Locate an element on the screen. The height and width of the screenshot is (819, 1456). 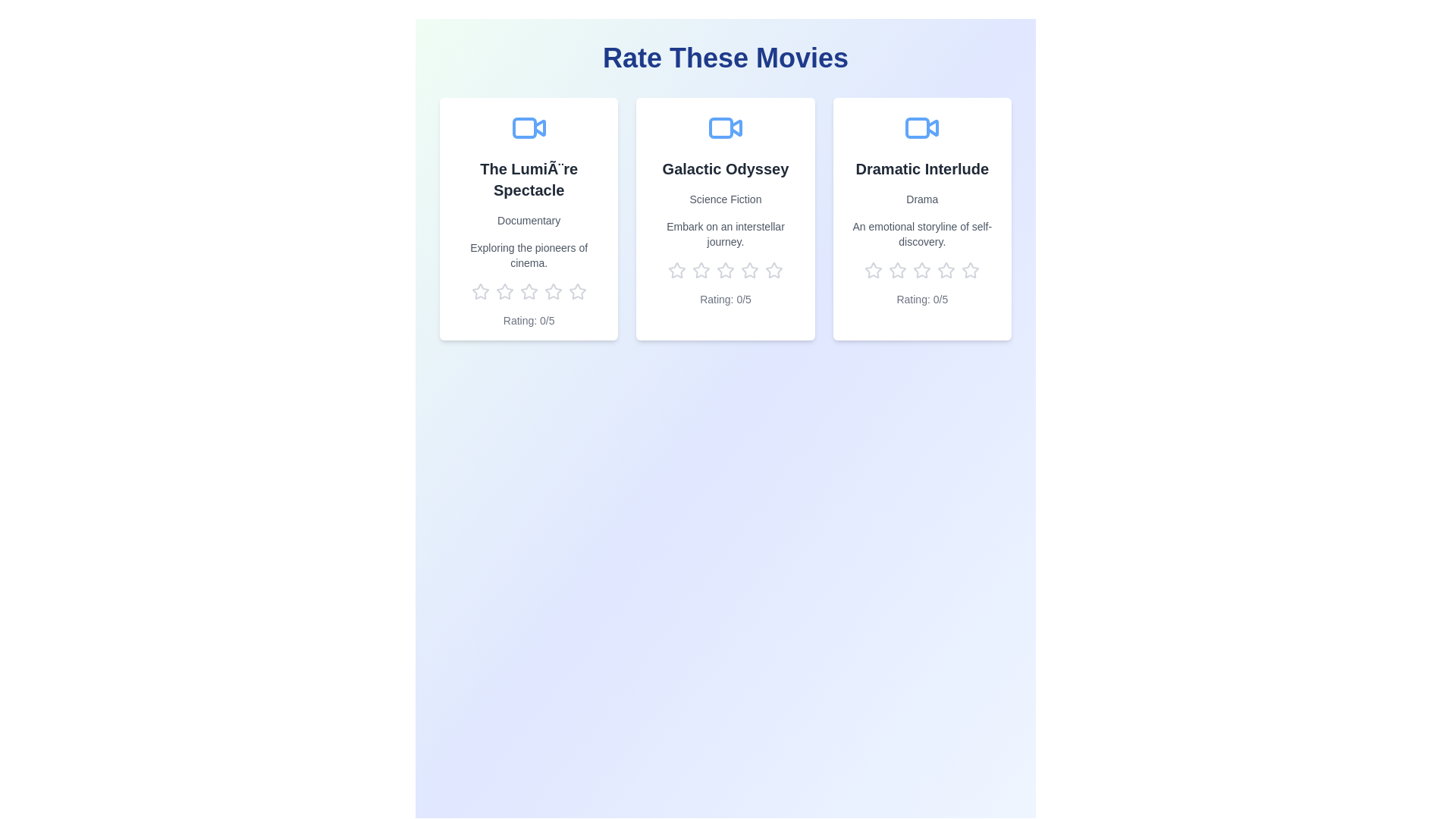
the rating for a movie to 3 stars by clicking on the corresponding star is located at coordinates (519, 292).